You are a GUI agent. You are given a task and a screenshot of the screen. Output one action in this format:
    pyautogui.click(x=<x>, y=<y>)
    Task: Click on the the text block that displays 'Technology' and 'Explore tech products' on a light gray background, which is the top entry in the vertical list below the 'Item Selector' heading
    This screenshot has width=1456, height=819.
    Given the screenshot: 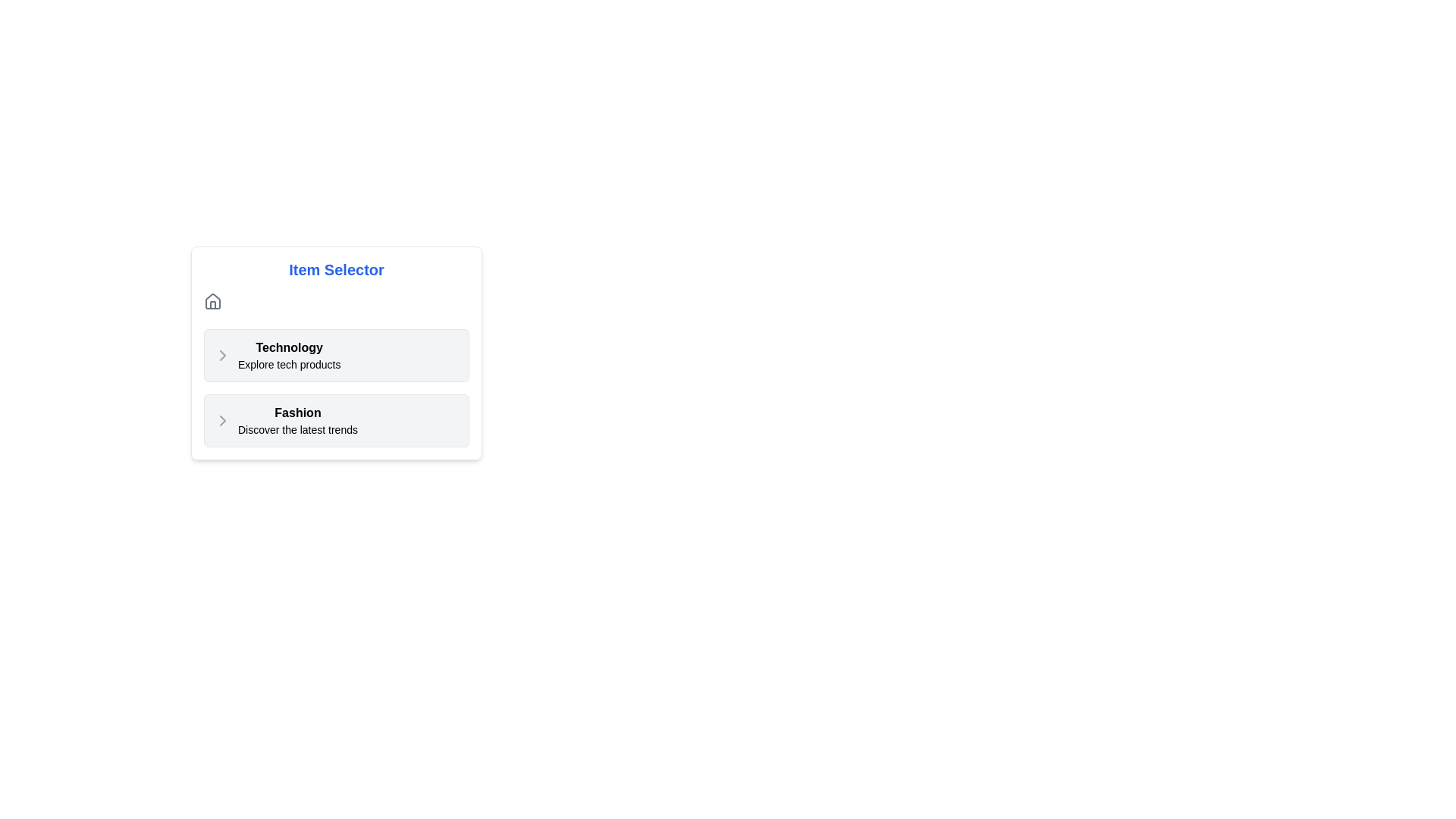 What is the action you would take?
    pyautogui.click(x=289, y=356)
    